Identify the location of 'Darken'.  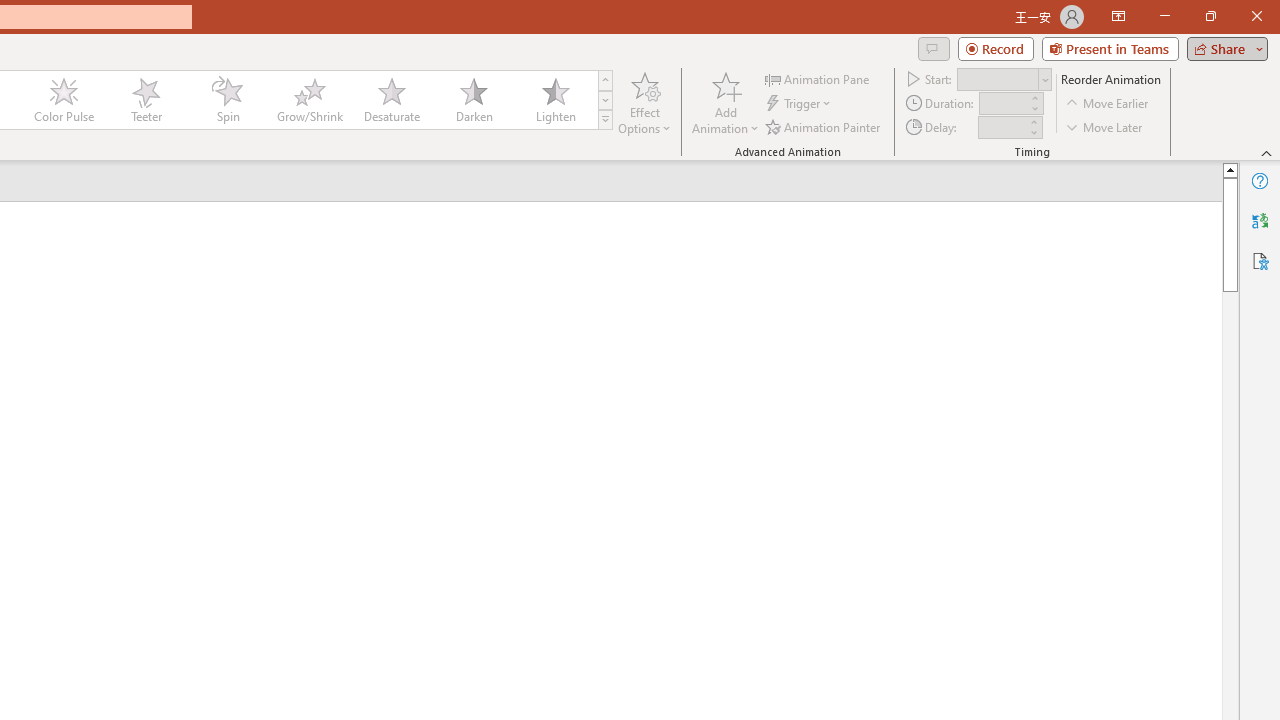
(472, 100).